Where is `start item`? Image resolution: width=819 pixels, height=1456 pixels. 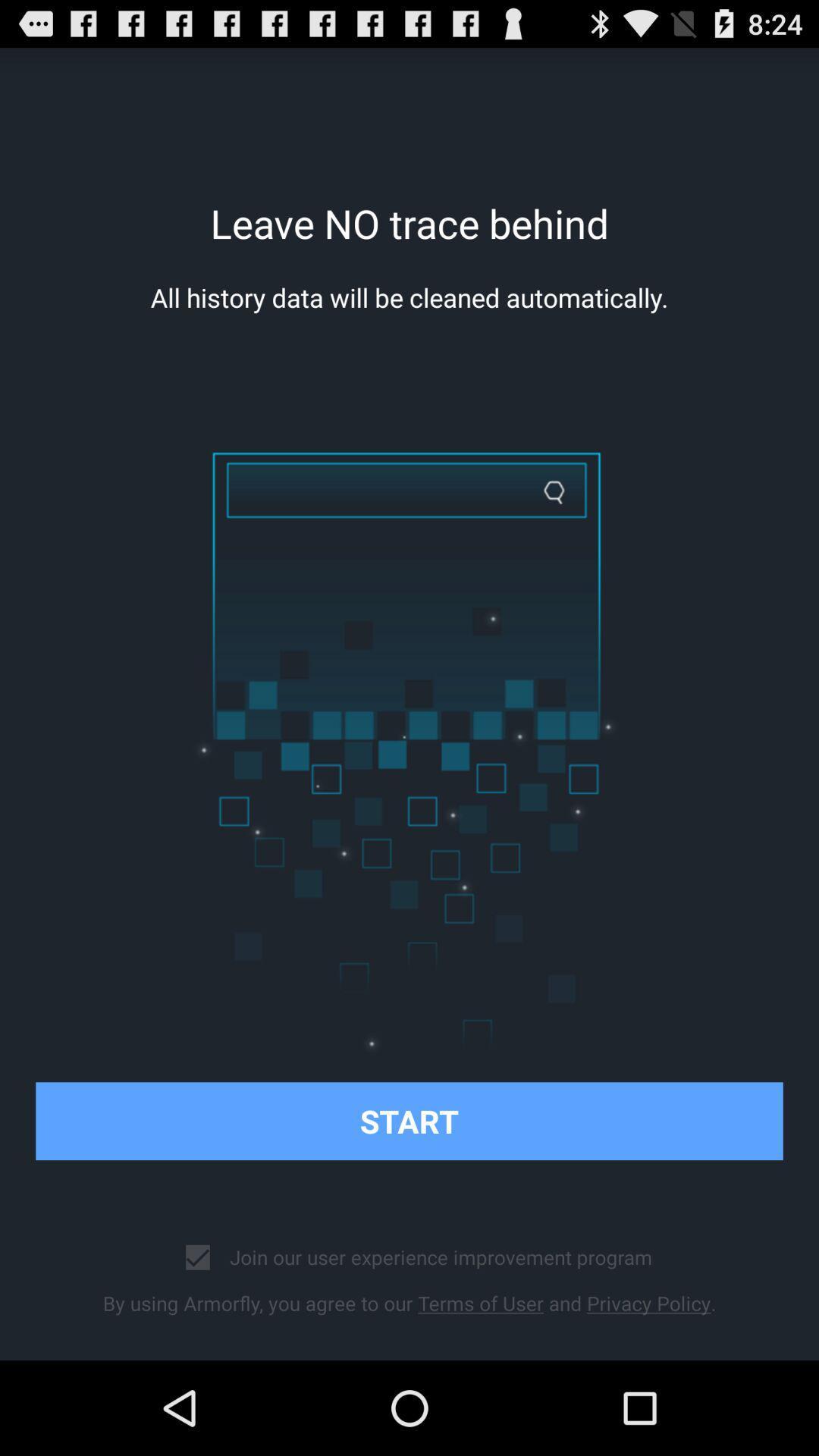
start item is located at coordinates (409, 1121).